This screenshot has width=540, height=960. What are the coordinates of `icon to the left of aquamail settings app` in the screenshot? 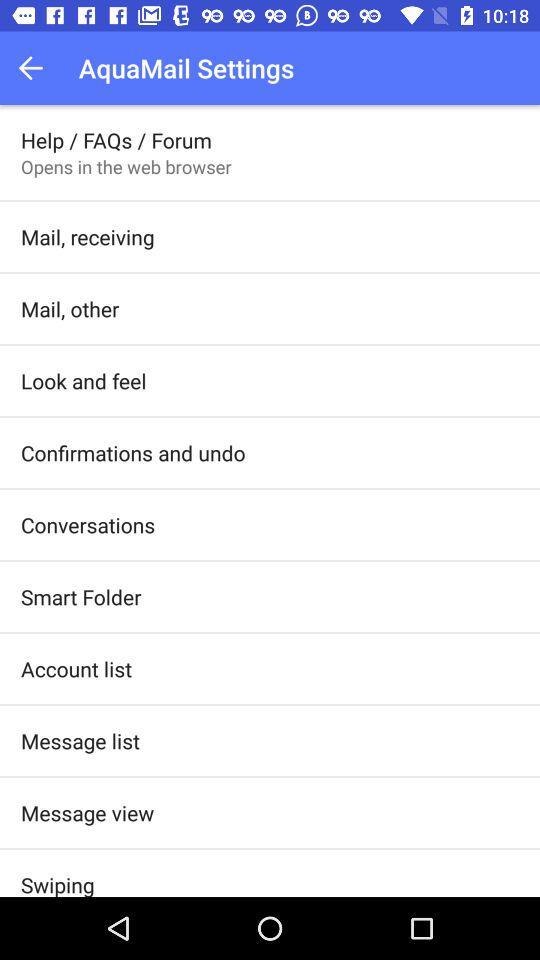 It's located at (36, 68).